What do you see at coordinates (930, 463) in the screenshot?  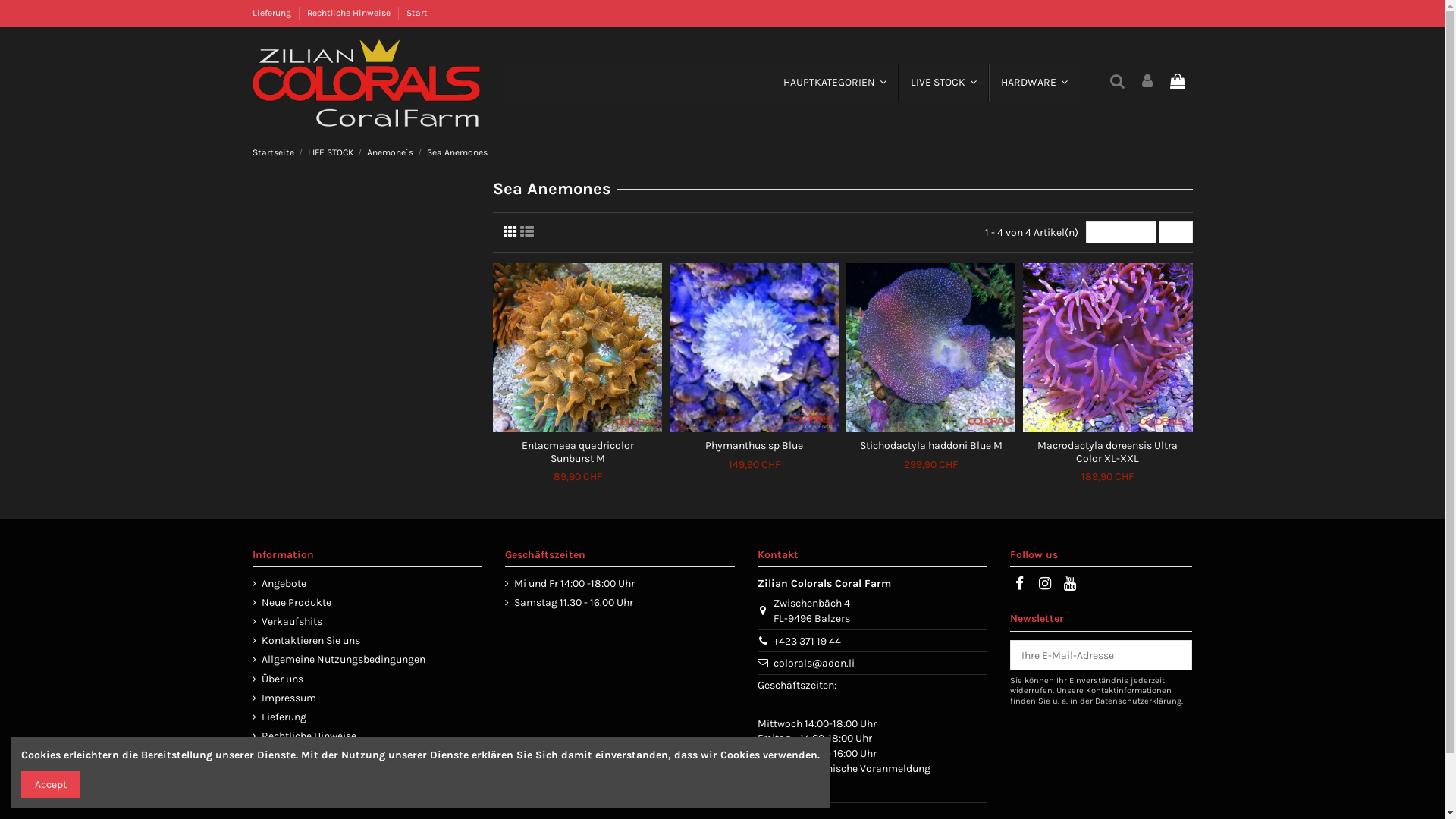 I see `'299,90 CHF'` at bounding box center [930, 463].